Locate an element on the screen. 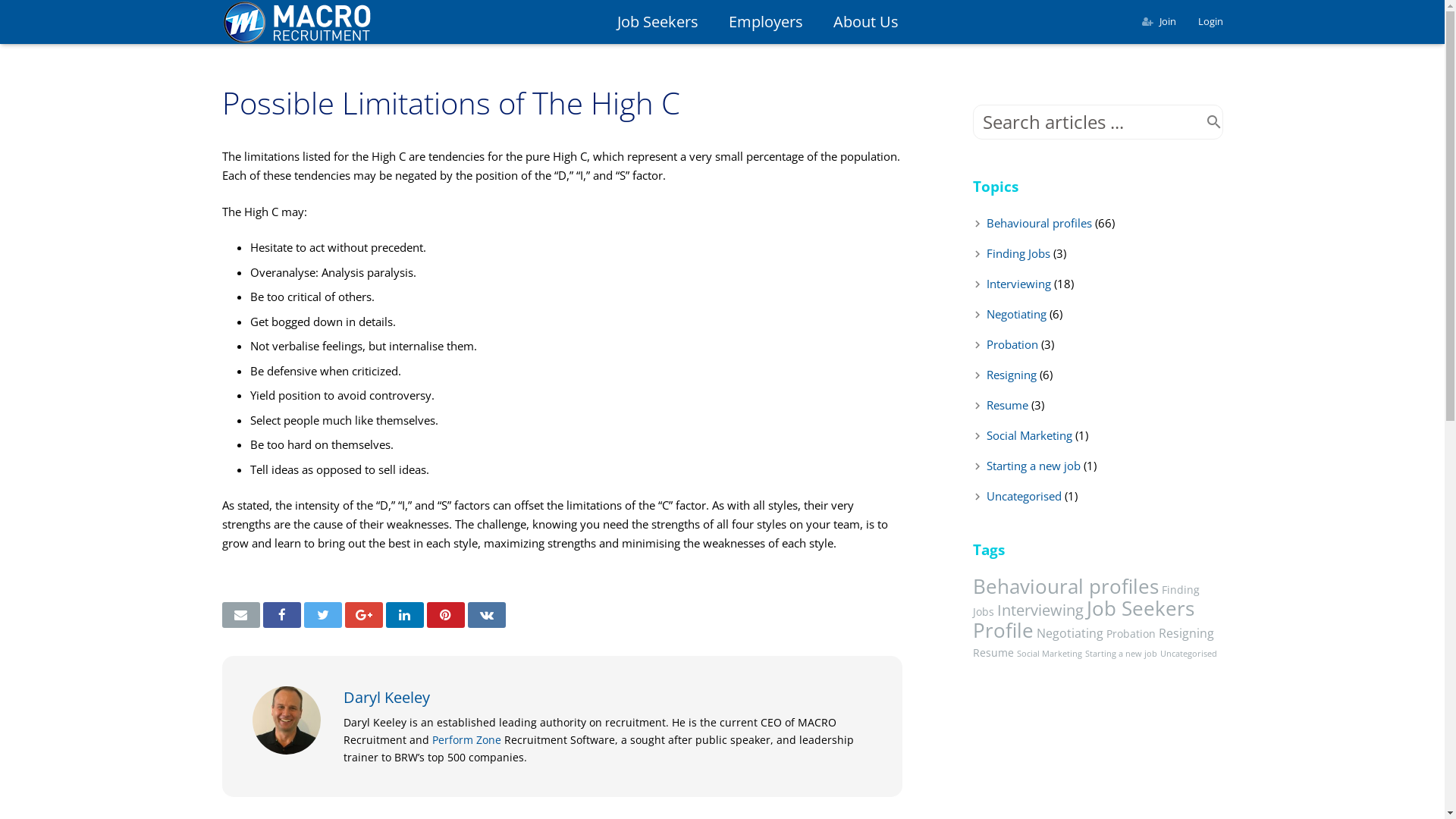 Image resolution: width=1456 pixels, height=819 pixels. 'Resigning' is located at coordinates (1011, 374).